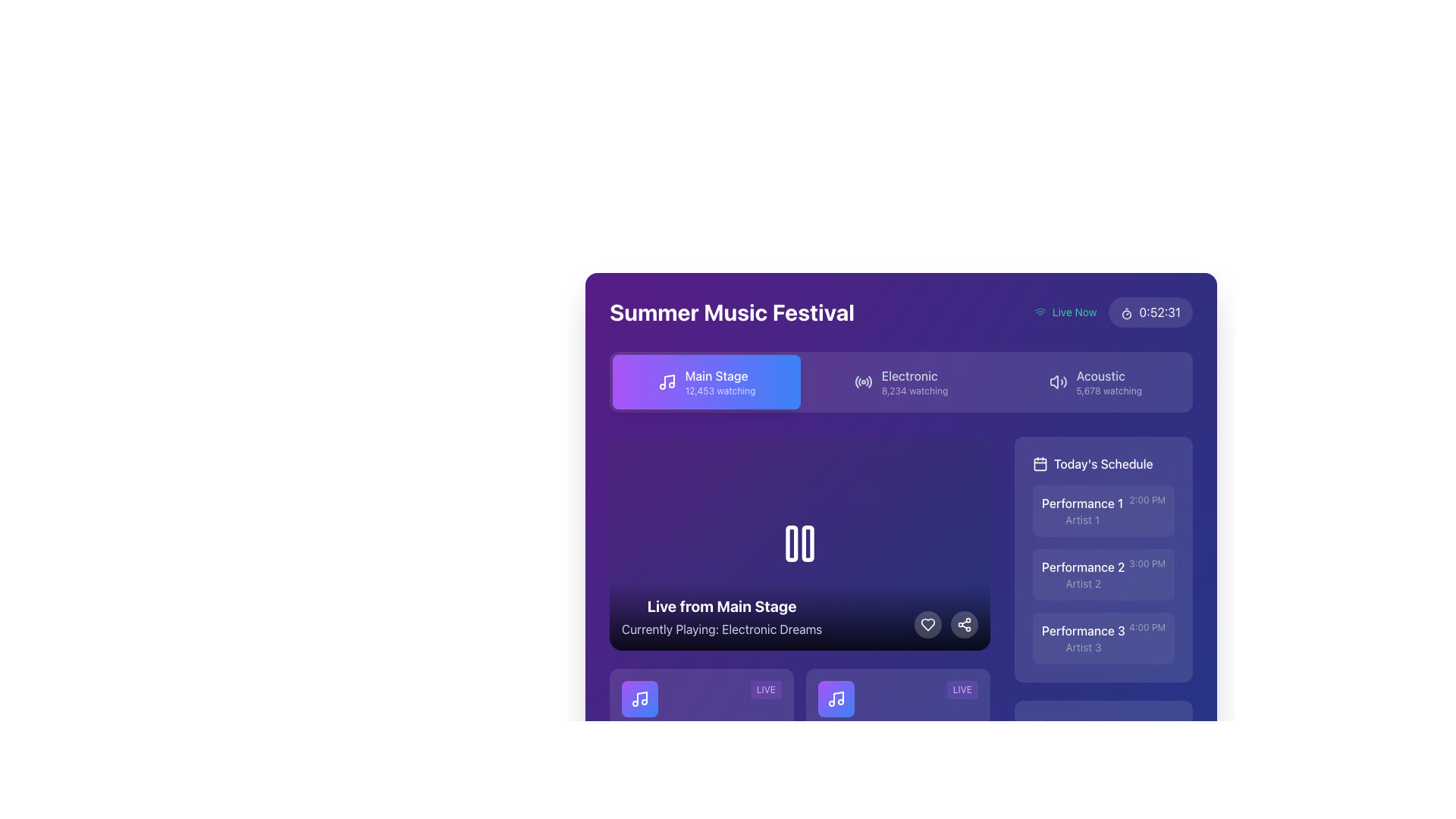 This screenshot has width=1456, height=819. Describe the element at coordinates (1064, 312) in the screenshot. I see `the Status Indicator with a Wi-Fi icon and 'Live Now' text in bright green color for status information` at that location.